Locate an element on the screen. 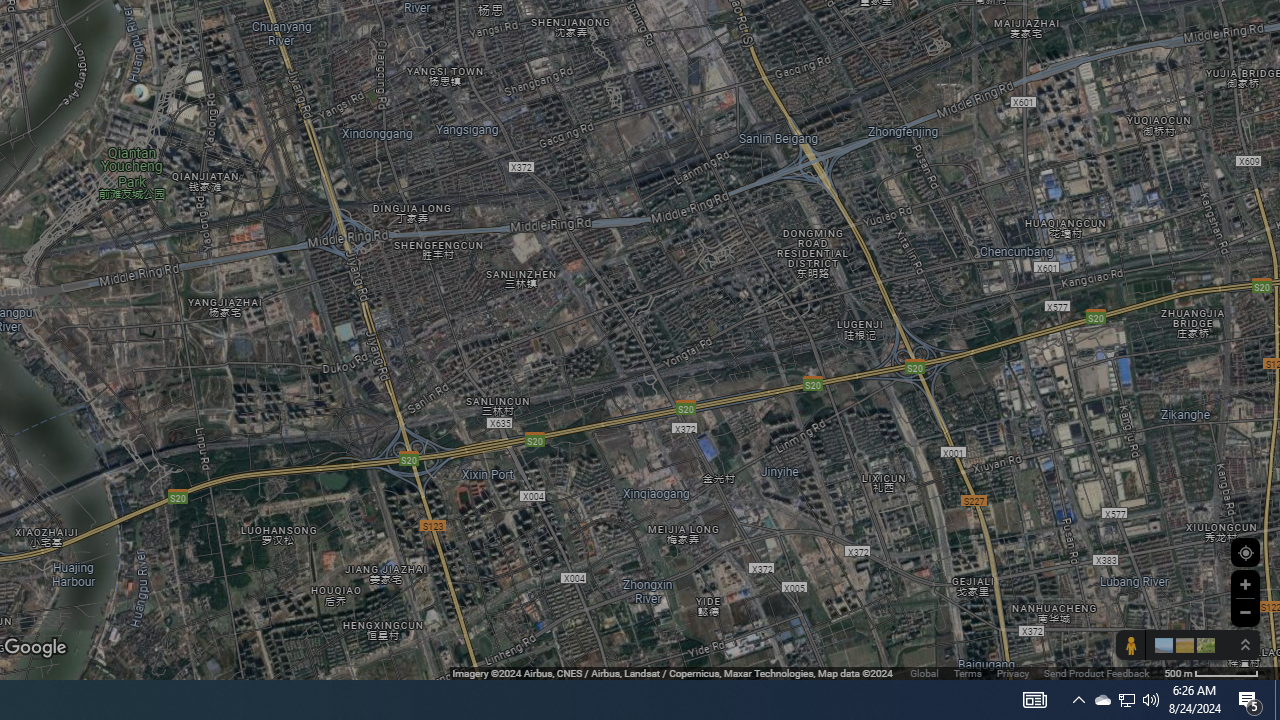  '500 m' is located at coordinates (1210, 673).